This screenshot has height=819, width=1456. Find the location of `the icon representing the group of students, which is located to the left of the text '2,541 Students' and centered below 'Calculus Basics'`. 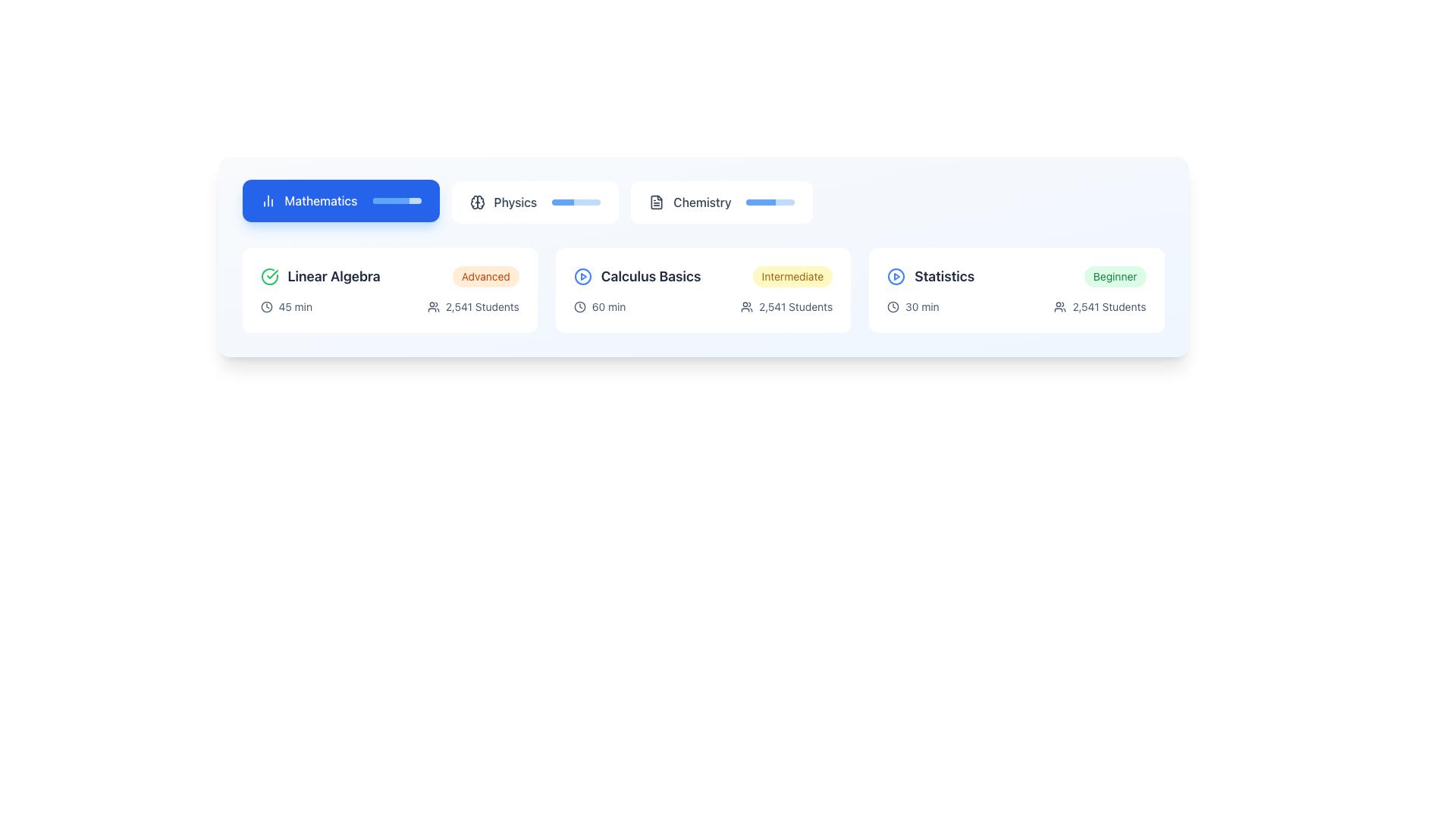

the icon representing the group of students, which is located to the left of the text '2,541 Students' and centered below 'Calculus Basics' is located at coordinates (747, 307).